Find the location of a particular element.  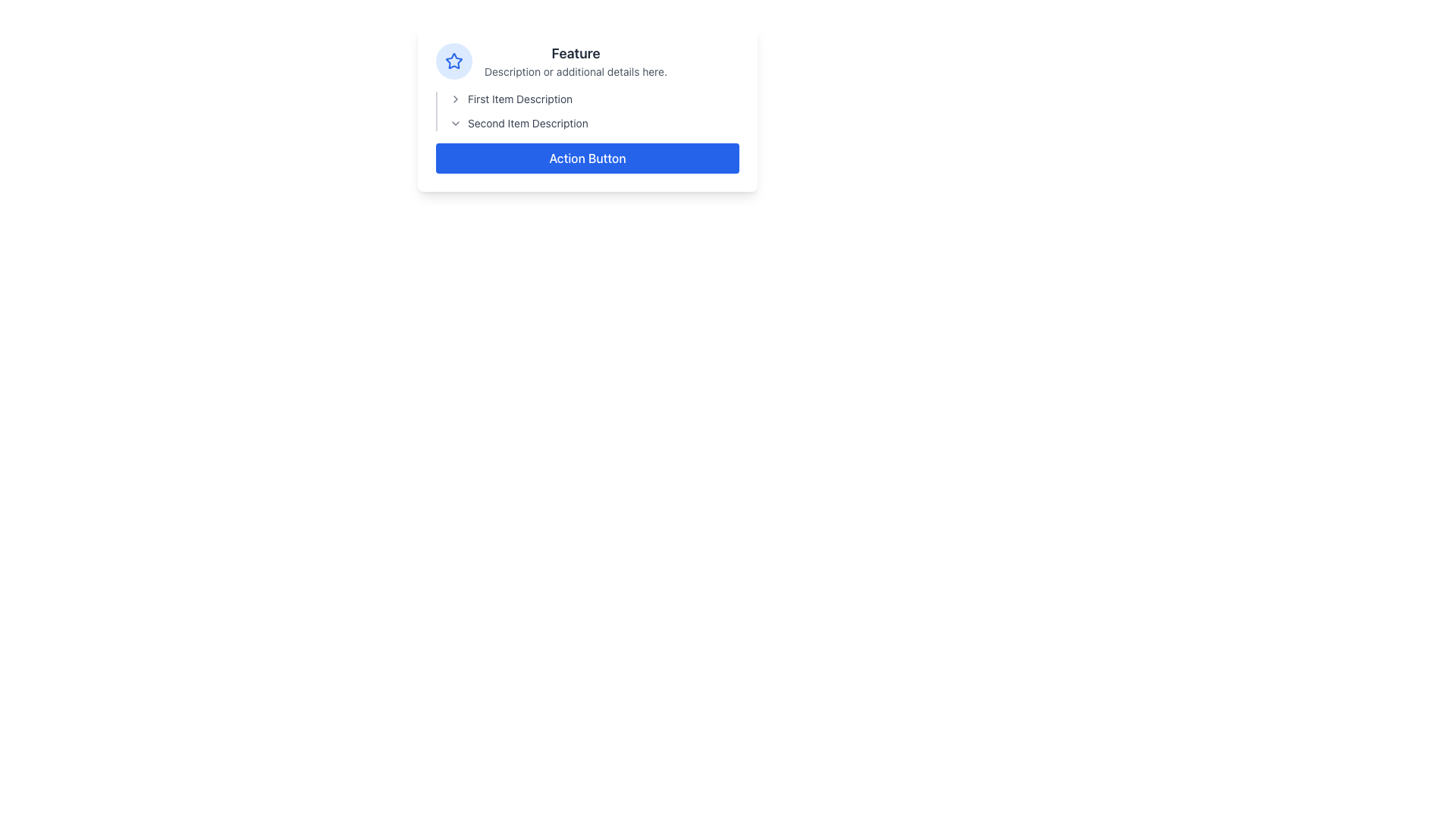

the text label displaying 'Second Item Description' in gray font, which is part of a collapsible list structure, positioned below 'First Item Description' is located at coordinates (528, 122).